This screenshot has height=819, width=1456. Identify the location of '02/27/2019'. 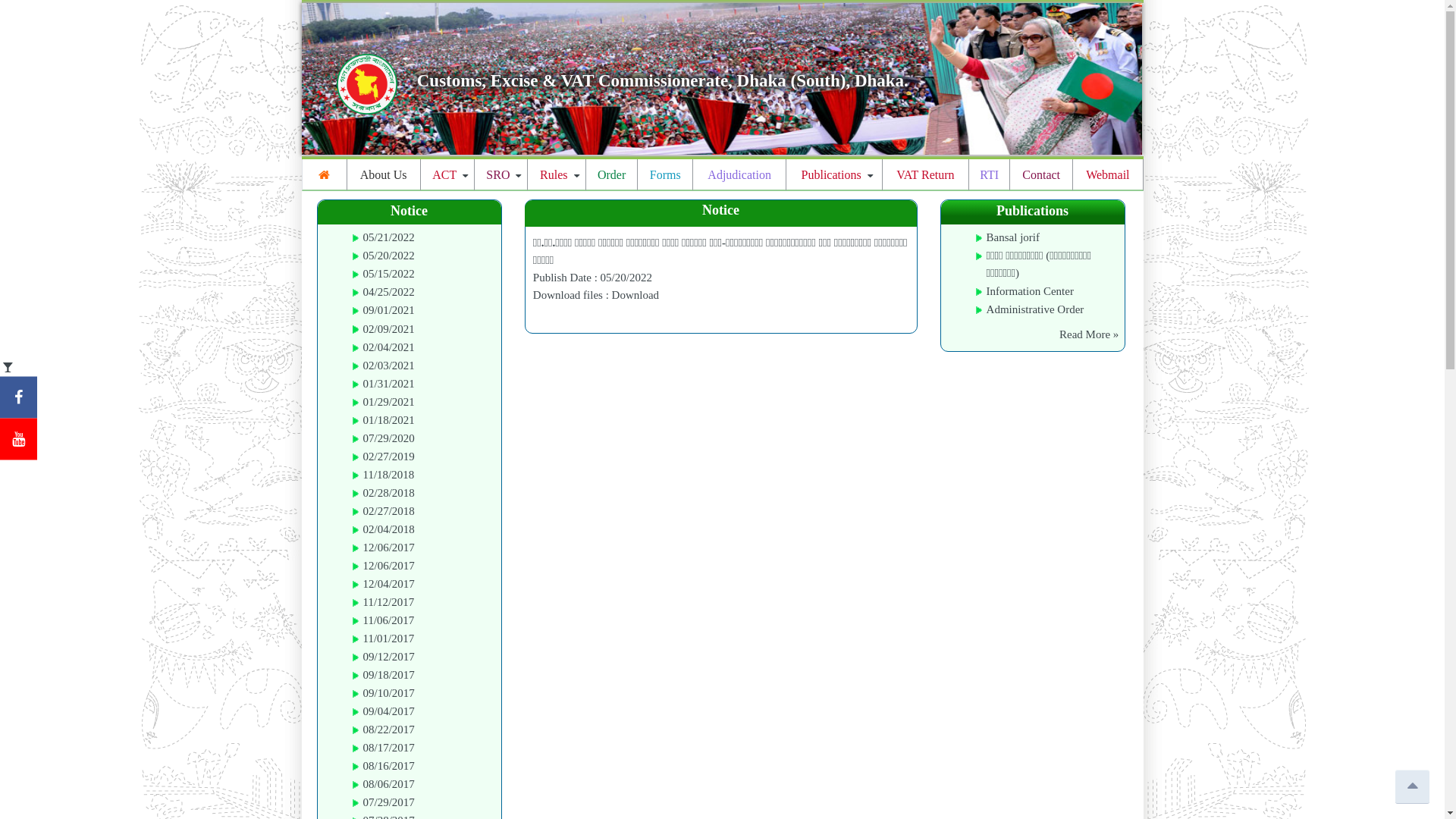
(388, 455).